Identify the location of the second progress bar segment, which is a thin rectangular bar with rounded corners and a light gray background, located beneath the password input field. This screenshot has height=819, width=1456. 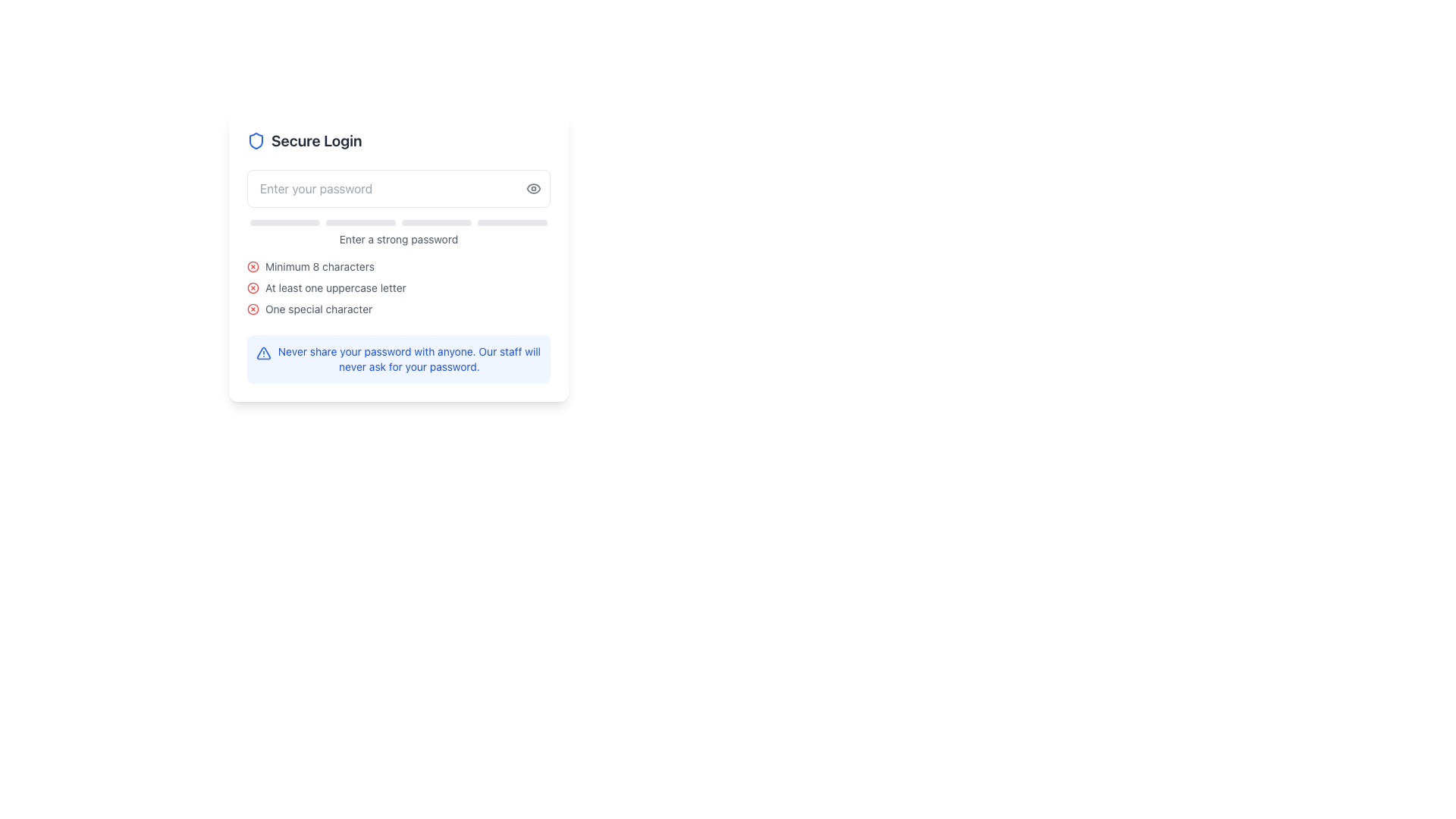
(359, 222).